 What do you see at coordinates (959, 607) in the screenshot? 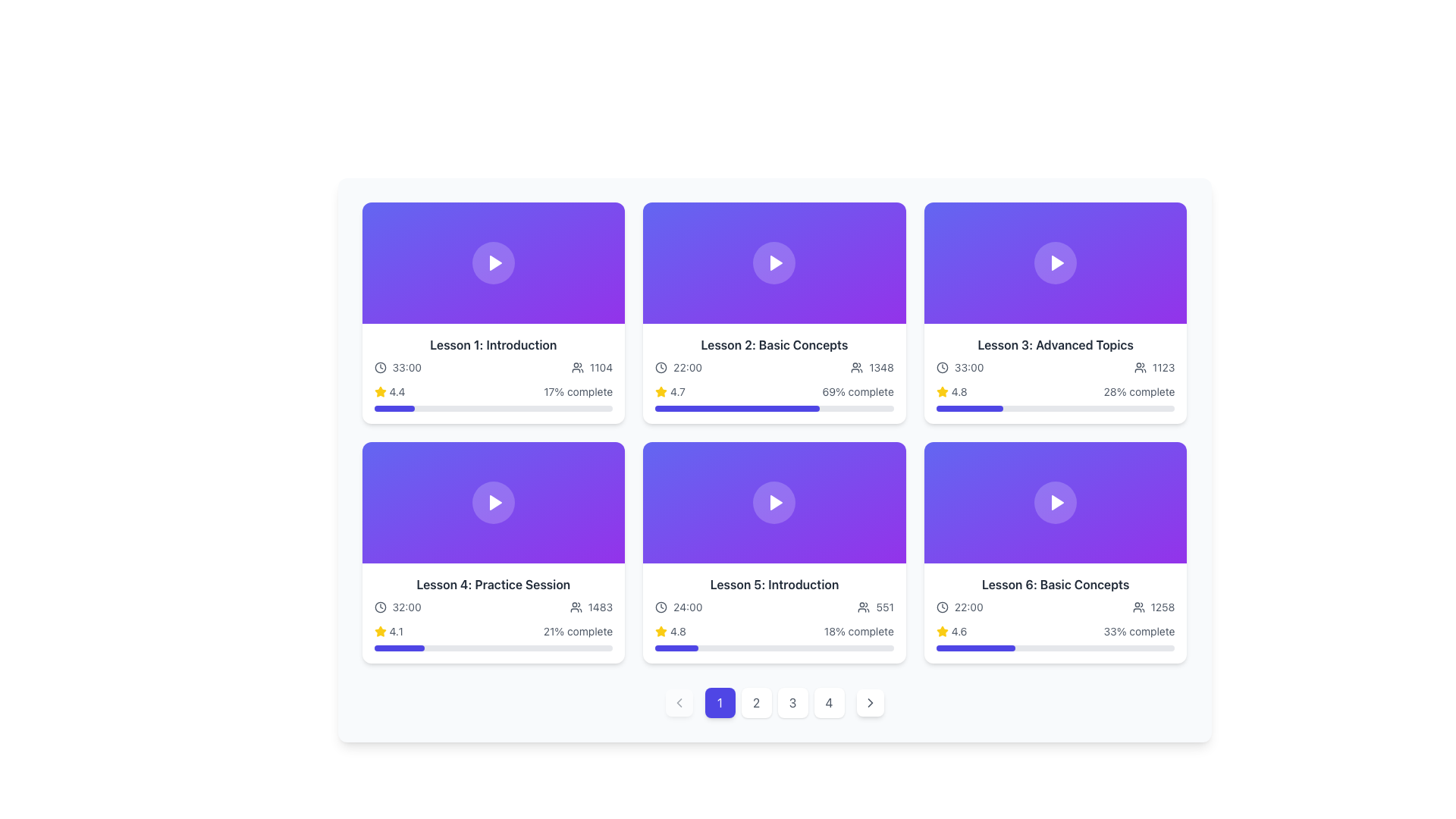
I see `the presence of the time text label reading '22:00' located in the 'Lesson 6: Basic Concepts' component, positioned at the bottom-left corner next to a clock icon` at bounding box center [959, 607].